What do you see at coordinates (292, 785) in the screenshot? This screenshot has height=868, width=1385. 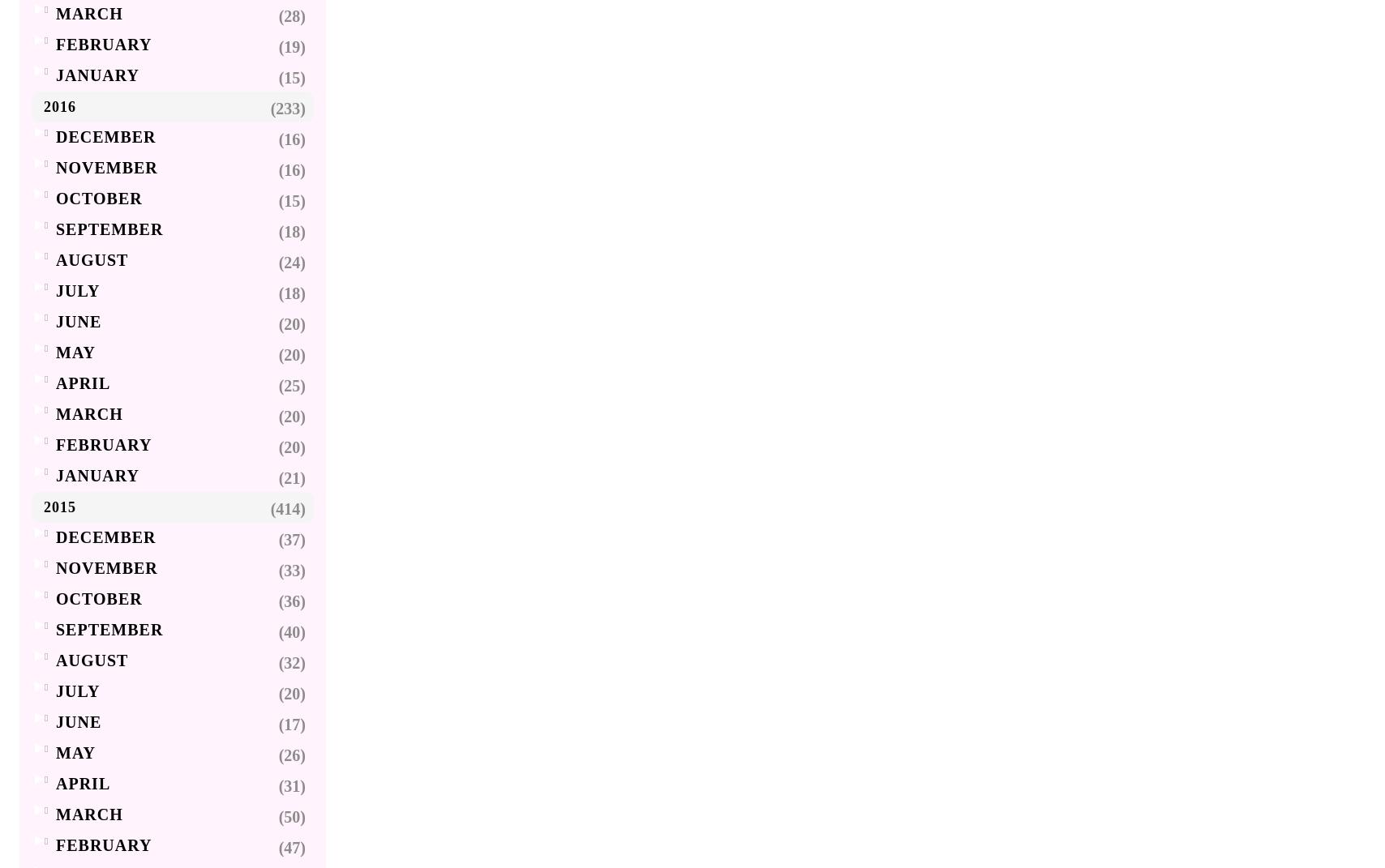 I see `'(31)'` at bounding box center [292, 785].